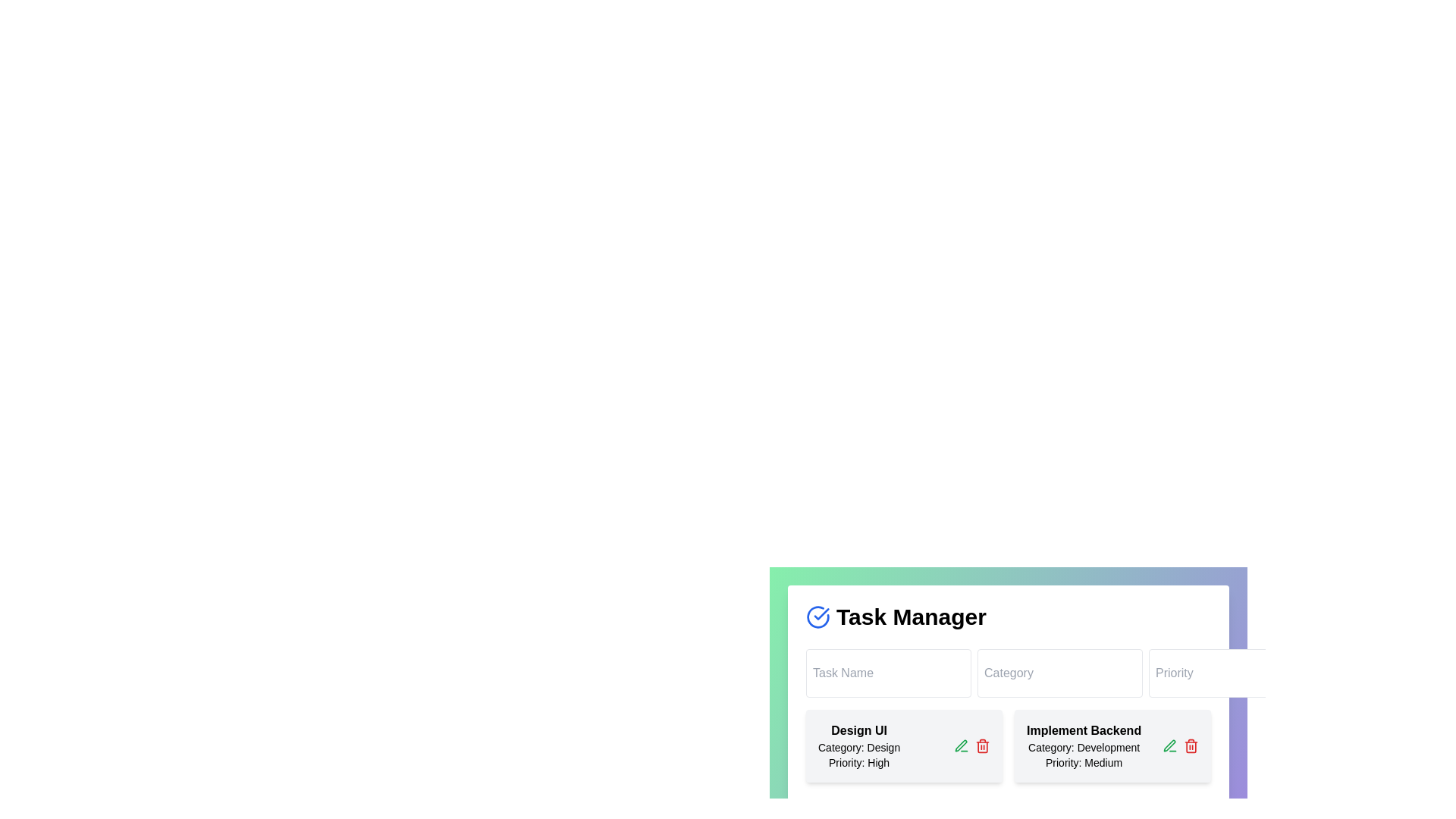 The image size is (1456, 819). I want to click on the static text label displaying the title of a task, which is located at the top-left corner of the task card in the Task Manager interface, so click(859, 730).